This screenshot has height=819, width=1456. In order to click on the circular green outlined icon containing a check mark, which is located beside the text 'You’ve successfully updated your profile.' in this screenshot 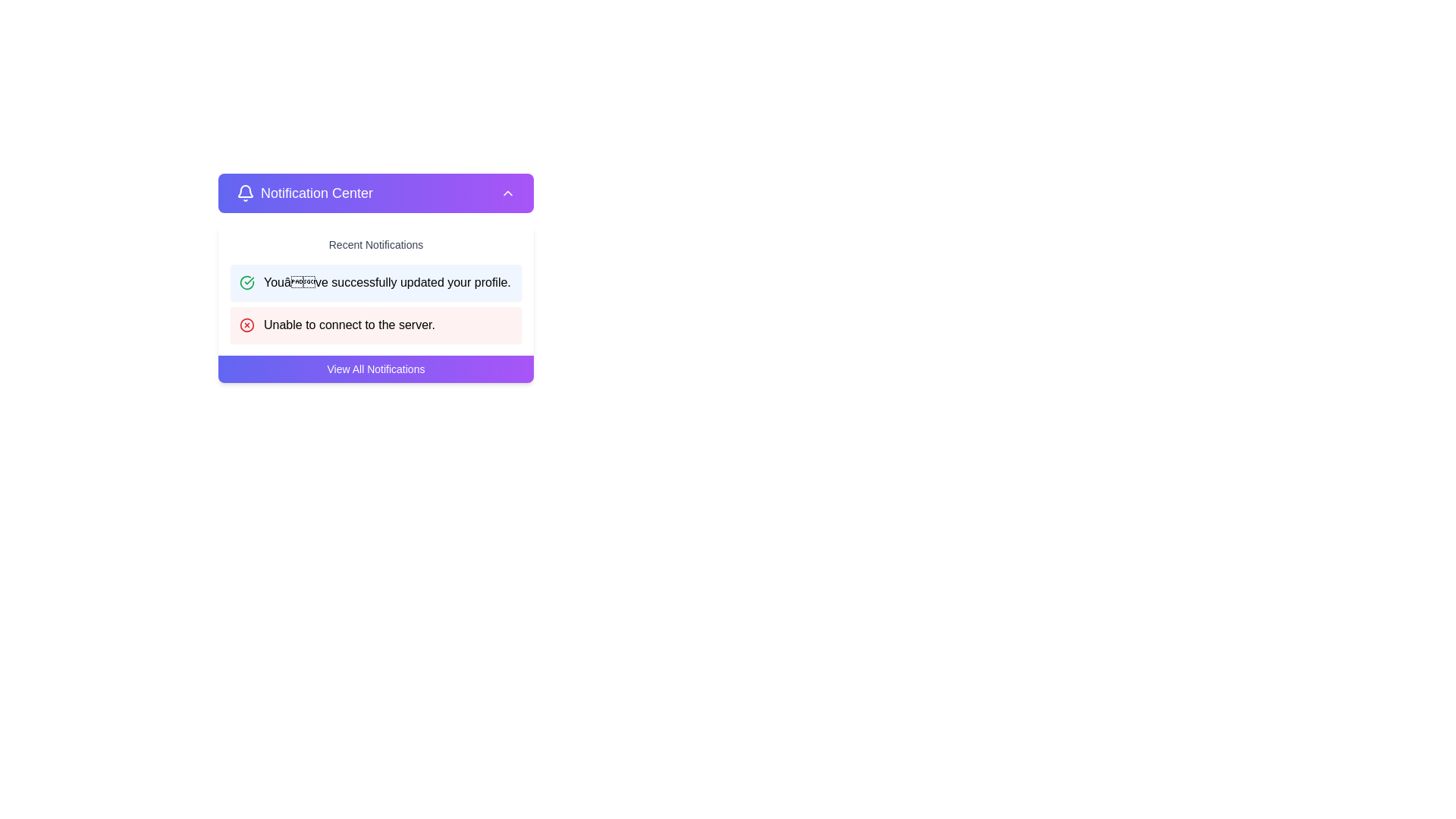, I will do `click(247, 283)`.